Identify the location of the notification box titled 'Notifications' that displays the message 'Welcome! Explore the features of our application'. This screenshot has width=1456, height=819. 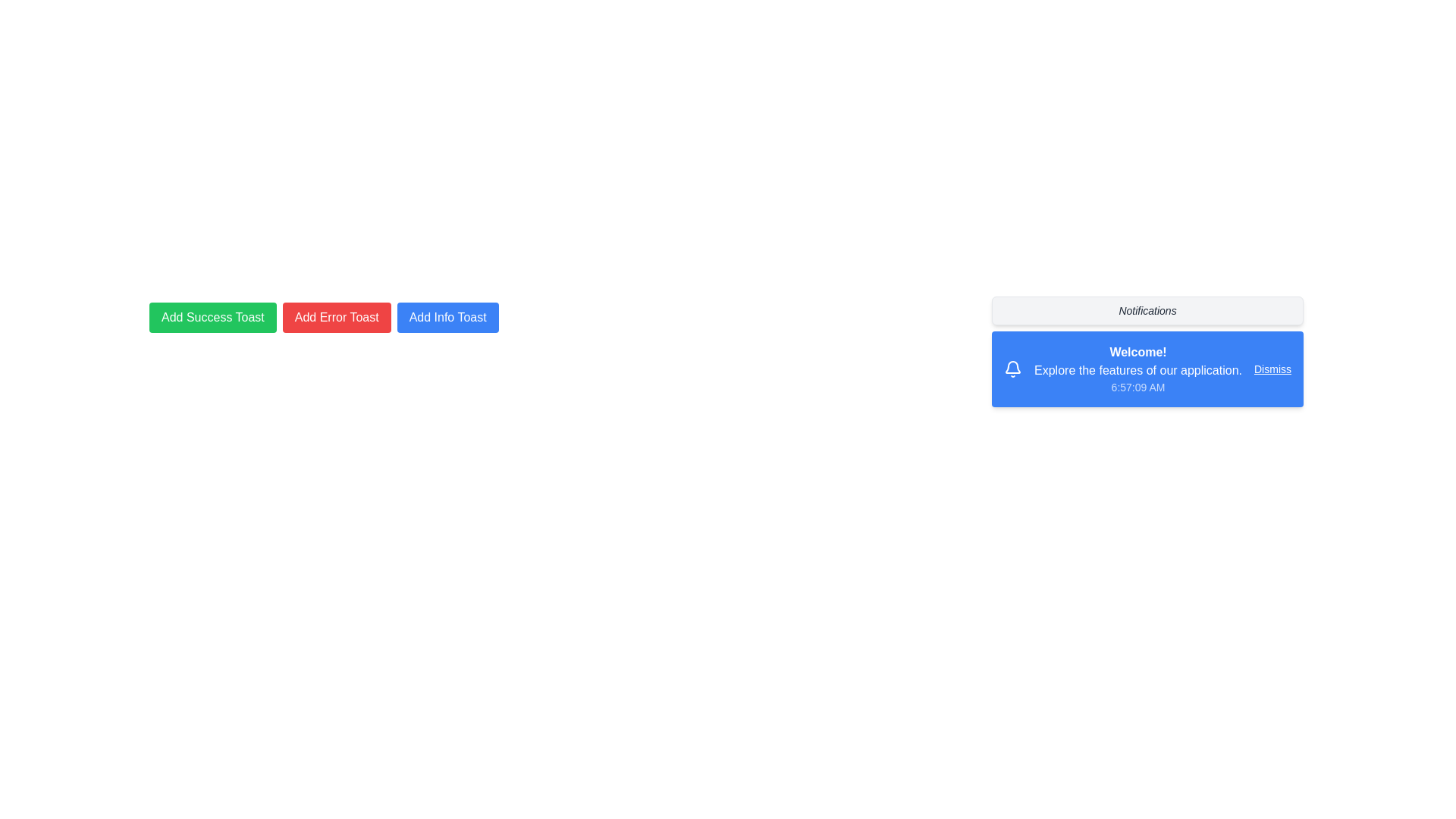
(1147, 351).